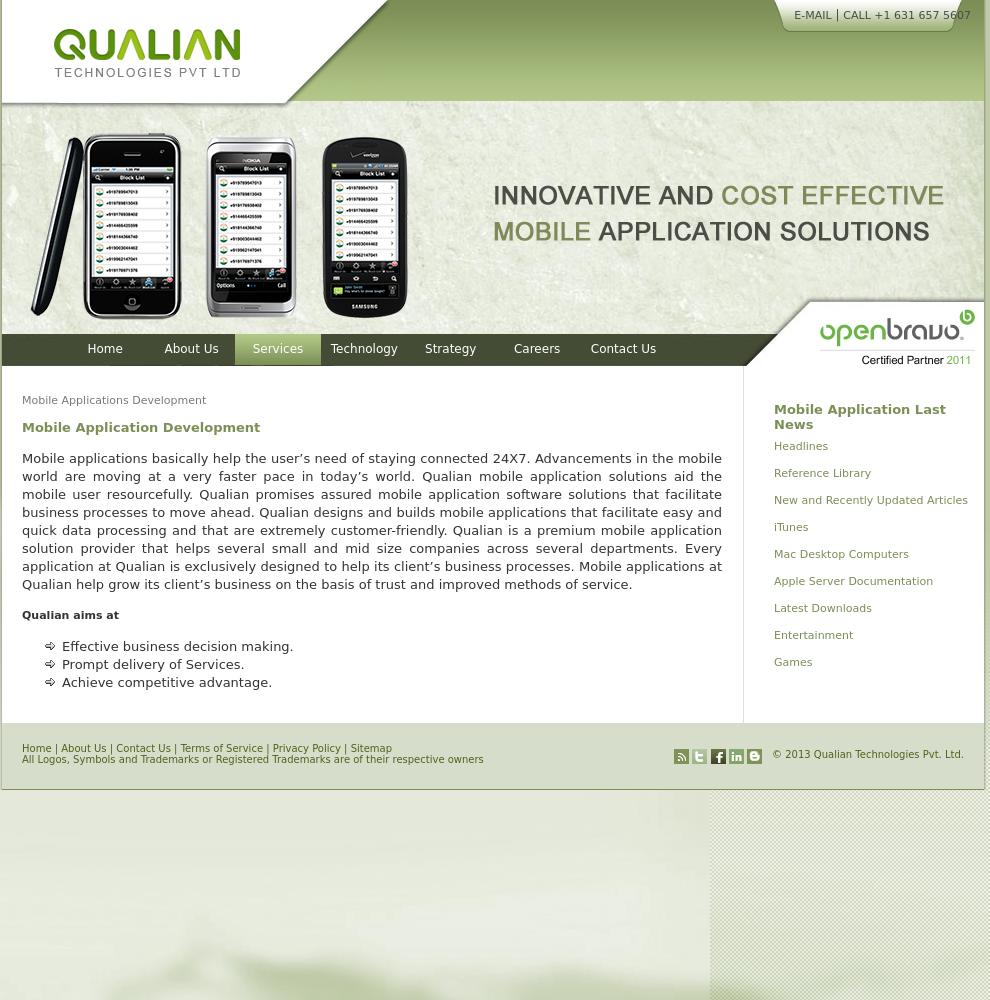 This screenshot has height=1000, width=990. I want to click on 'Effective business decision making.', so click(61, 645).